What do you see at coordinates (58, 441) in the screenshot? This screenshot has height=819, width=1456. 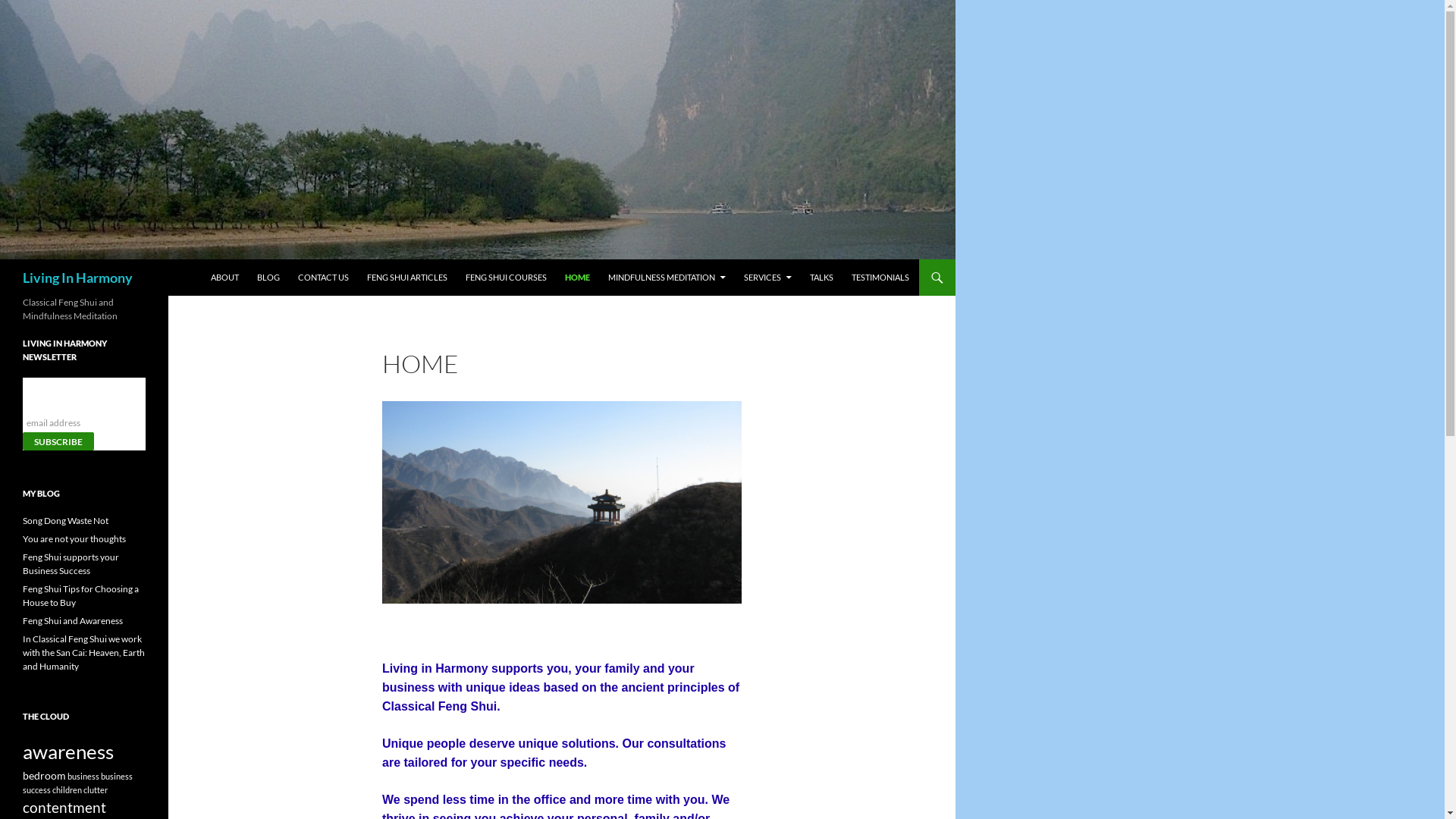 I see `'Subscribe'` at bounding box center [58, 441].